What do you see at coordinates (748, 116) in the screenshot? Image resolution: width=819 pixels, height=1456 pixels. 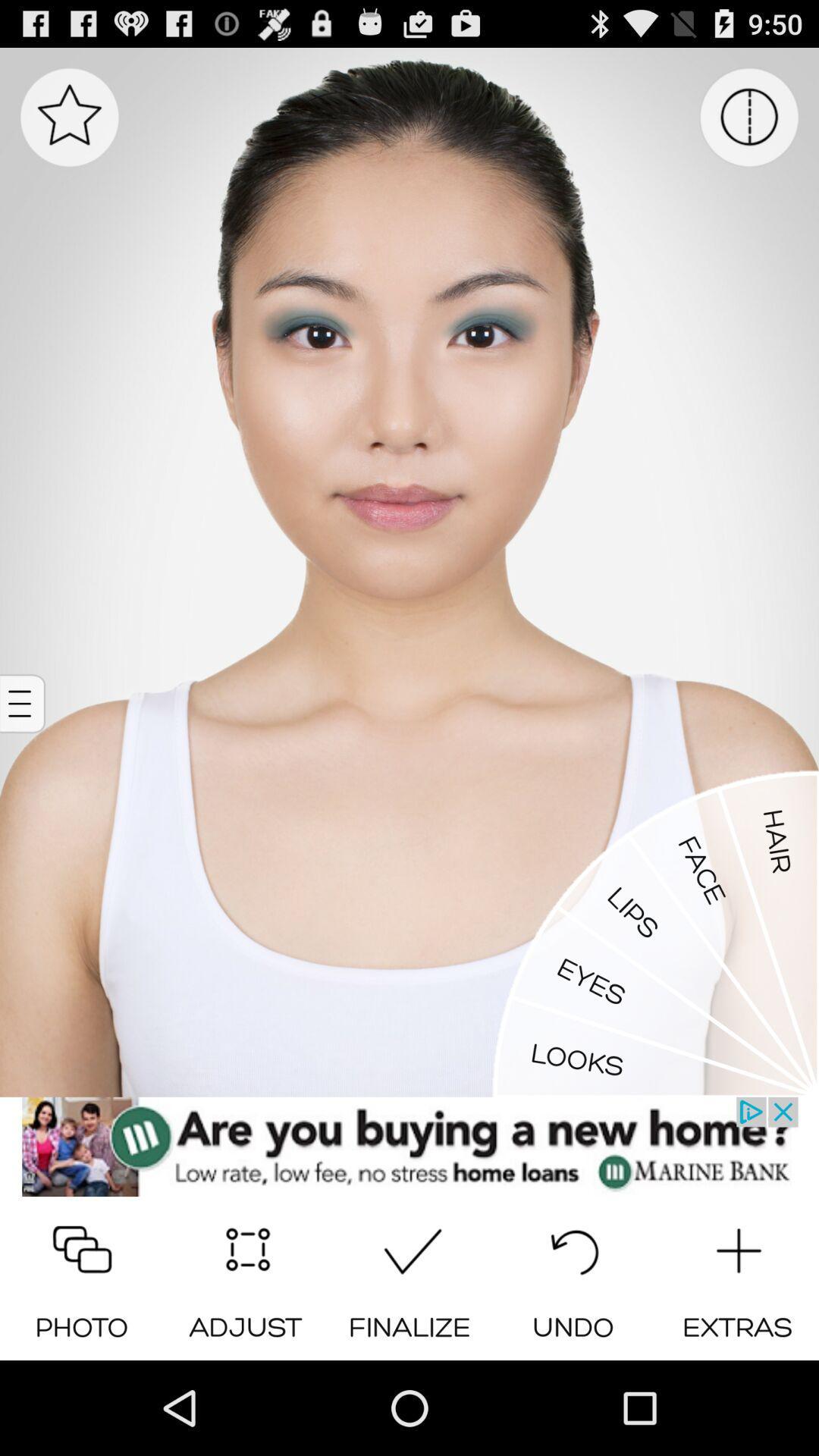 I see `the icon which is in the top right corner of the page` at bounding box center [748, 116].